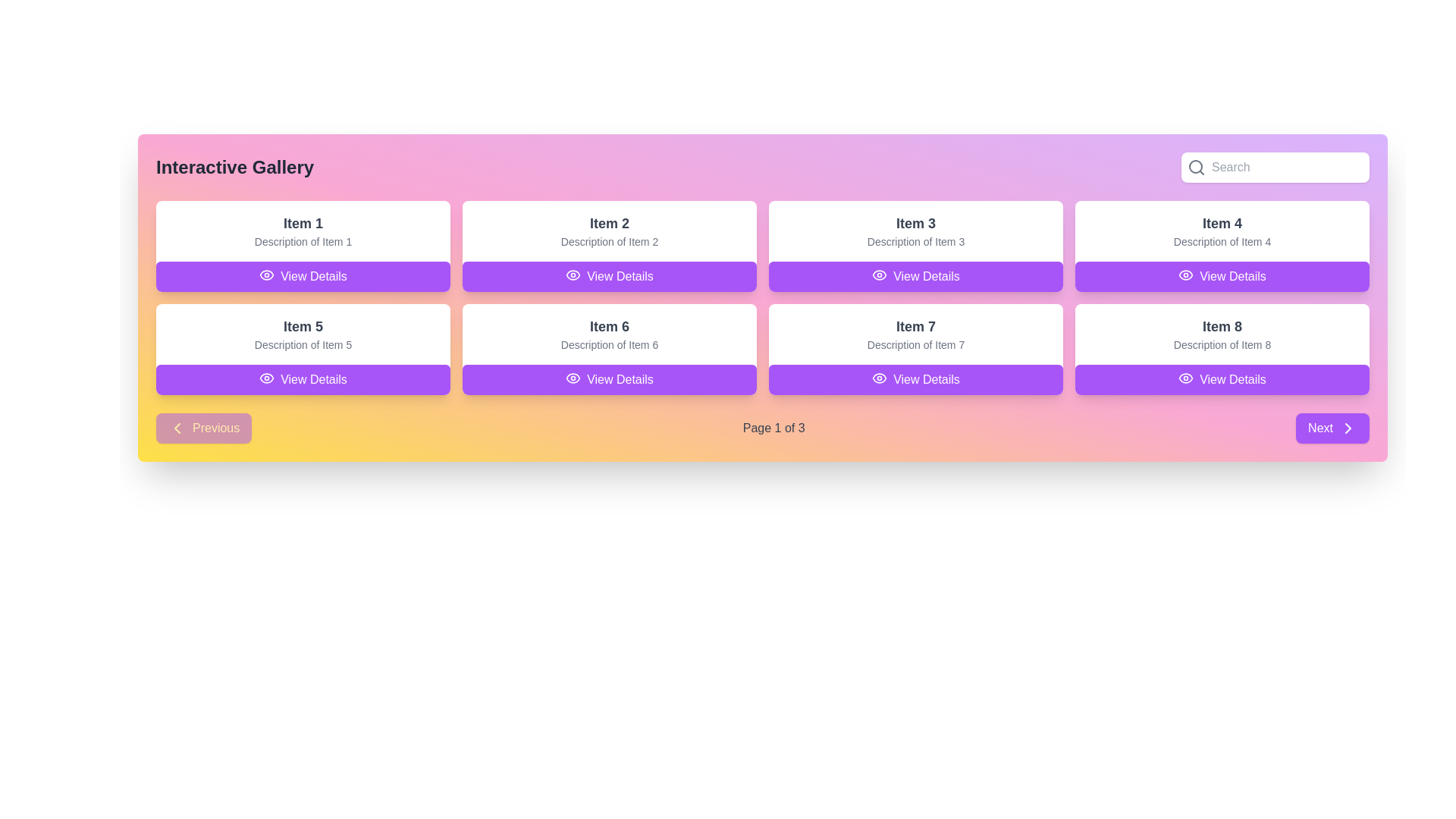 This screenshot has height=819, width=1456. I want to click on the Text Label that serves as the title or identifier for the second card in the first row of the grid layout, located at the top center of the interface, so click(610, 223).